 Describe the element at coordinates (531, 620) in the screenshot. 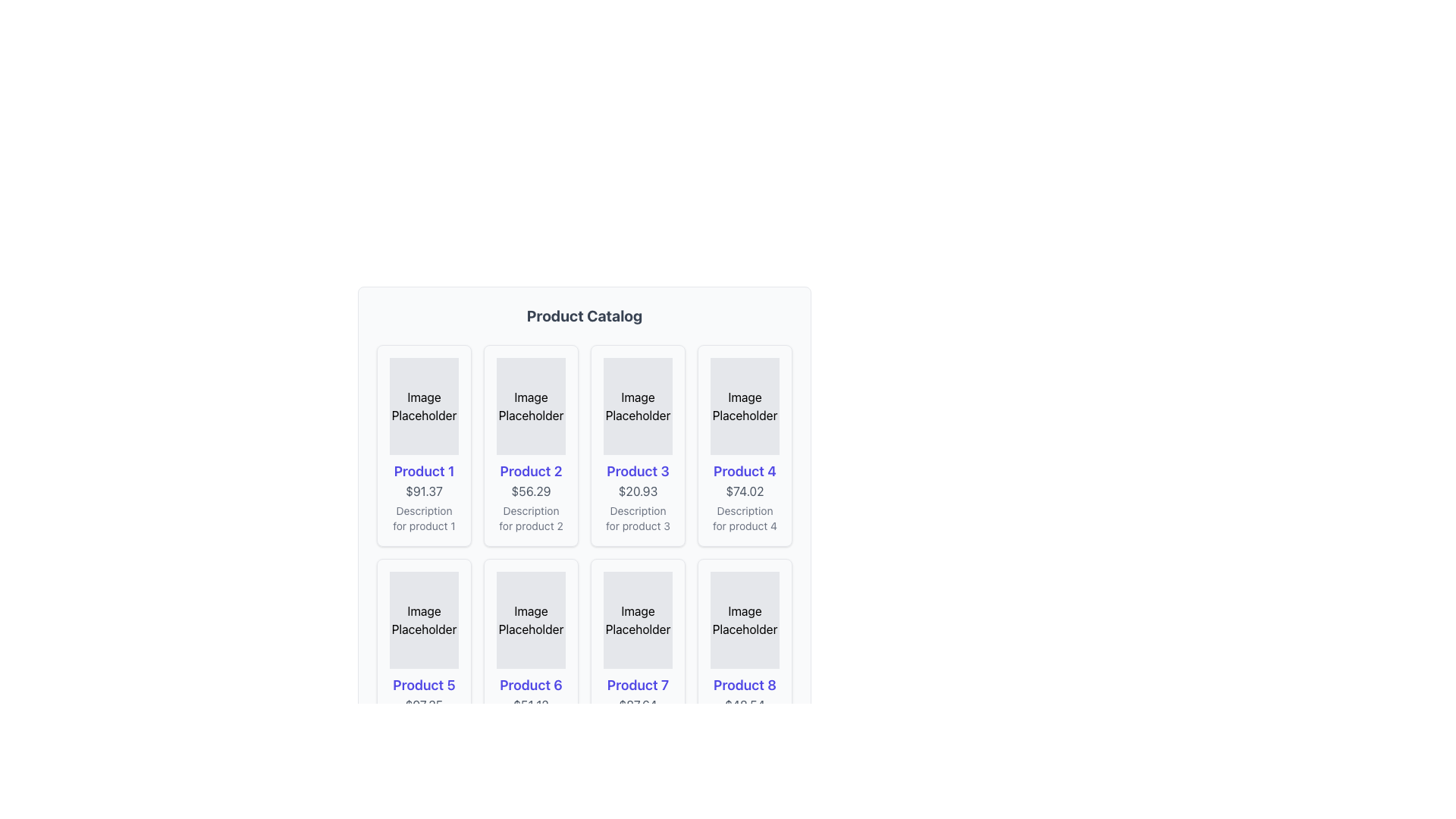

I see `the static placeholder labeled 'Image Placeholder' located within the card for 'Product 6'` at that location.